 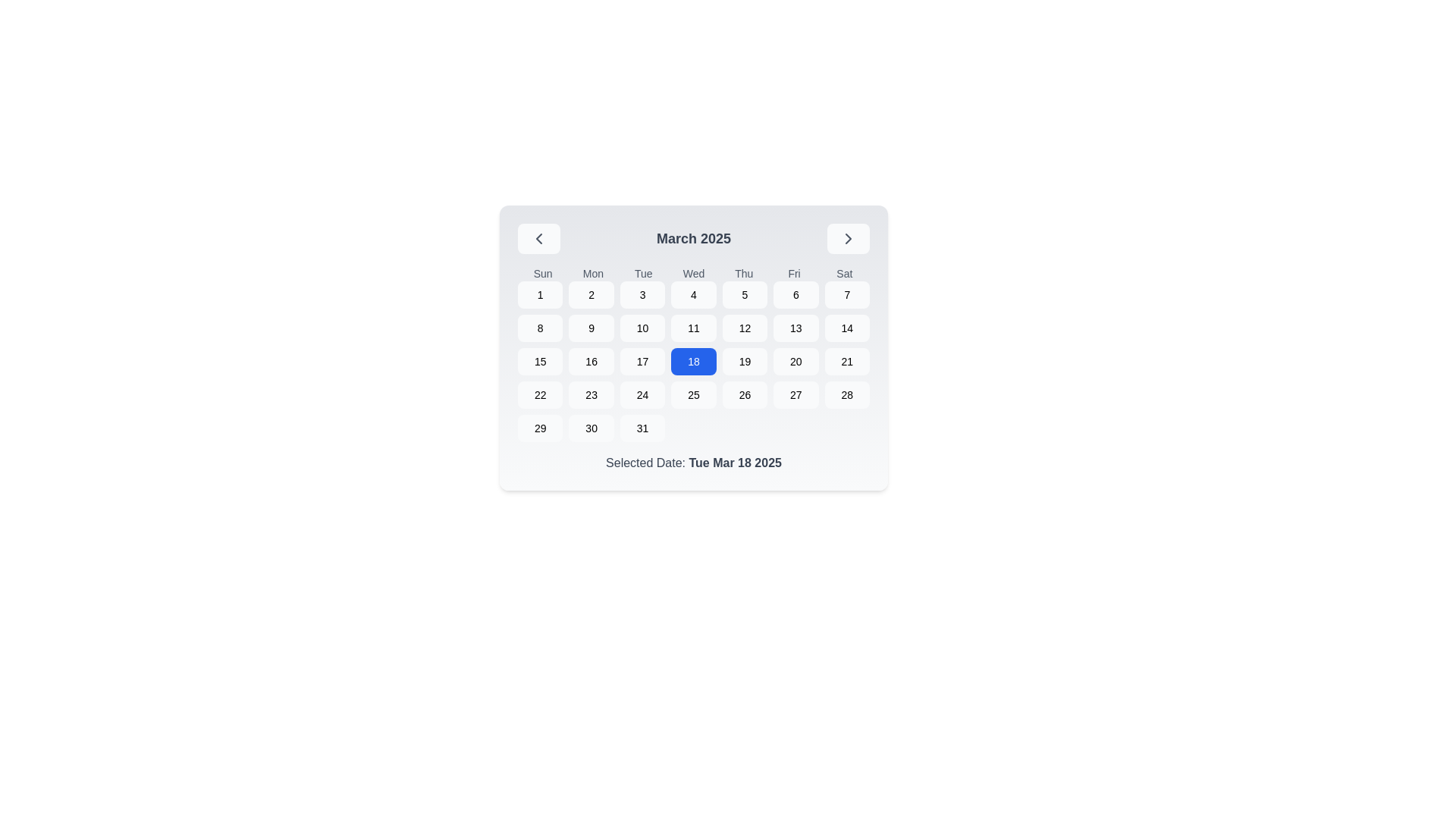 What do you see at coordinates (745, 295) in the screenshot?
I see `the button labeled '5' in the upper right part of the calendar grid` at bounding box center [745, 295].